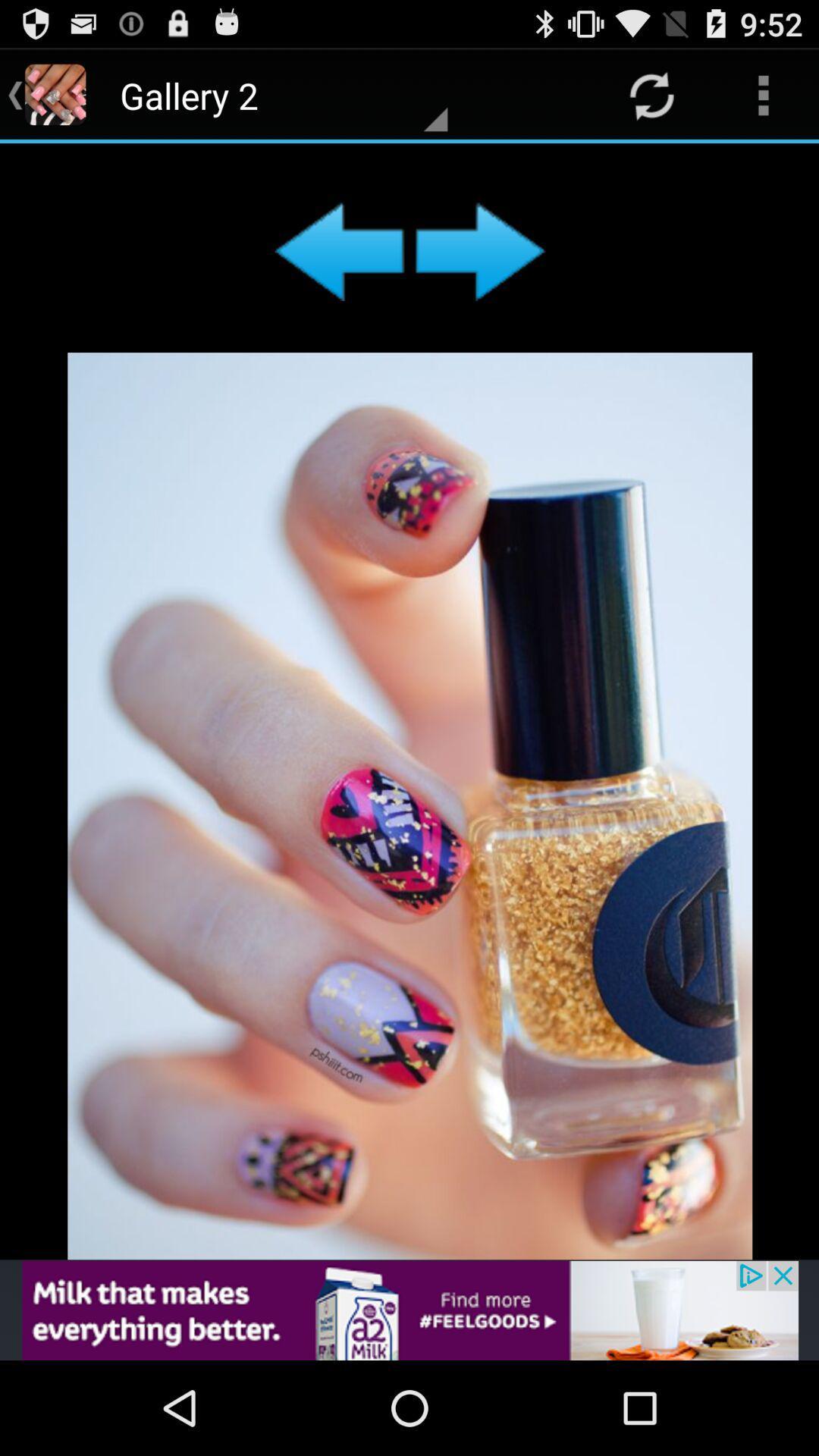 This screenshot has width=819, height=1456. Describe the element at coordinates (409, 1310) in the screenshot. I see `the opti` at that location.